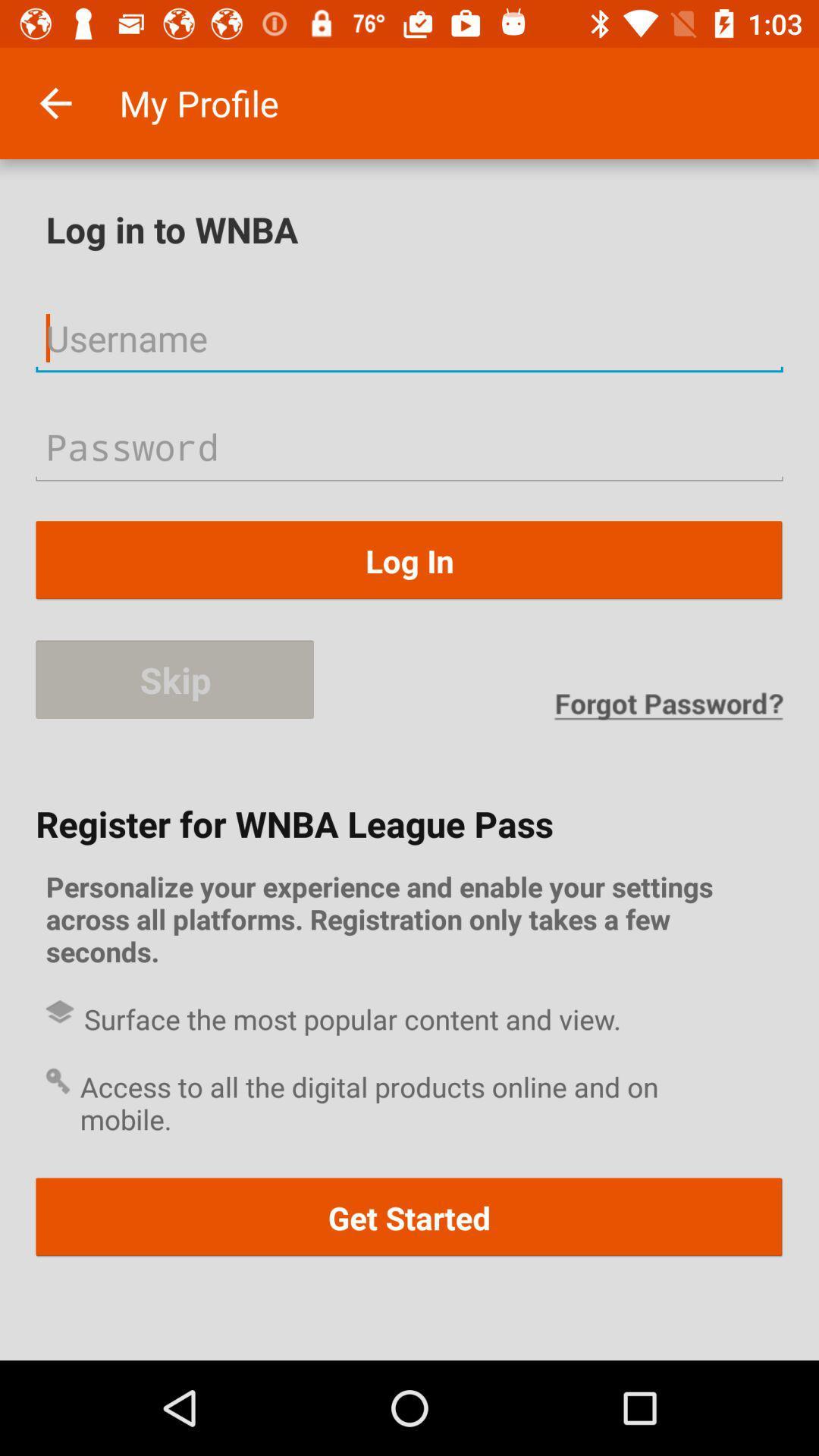 Image resolution: width=819 pixels, height=1456 pixels. Describe the element at coordinates (409, 446) in the screenshot. I see `input password` at that location.